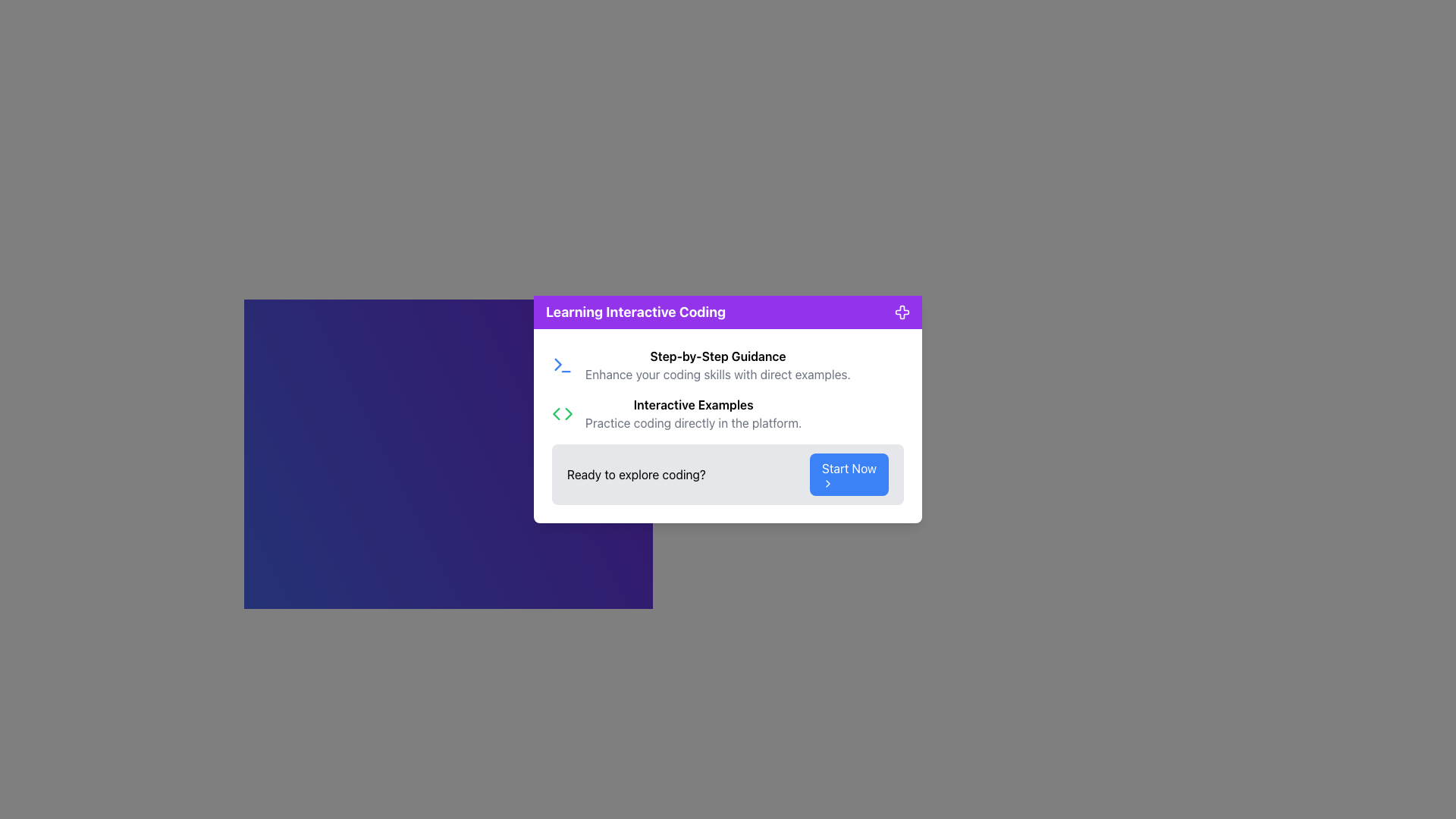  Describe the element at coordinates (568, 414) in the screenshot. I see `the triangular arrow-like SVG graphic element that is green and part of an icon depicting coding elements, located in the middle-right section of the card titled 'Learning Interactive Coding'` at that location.